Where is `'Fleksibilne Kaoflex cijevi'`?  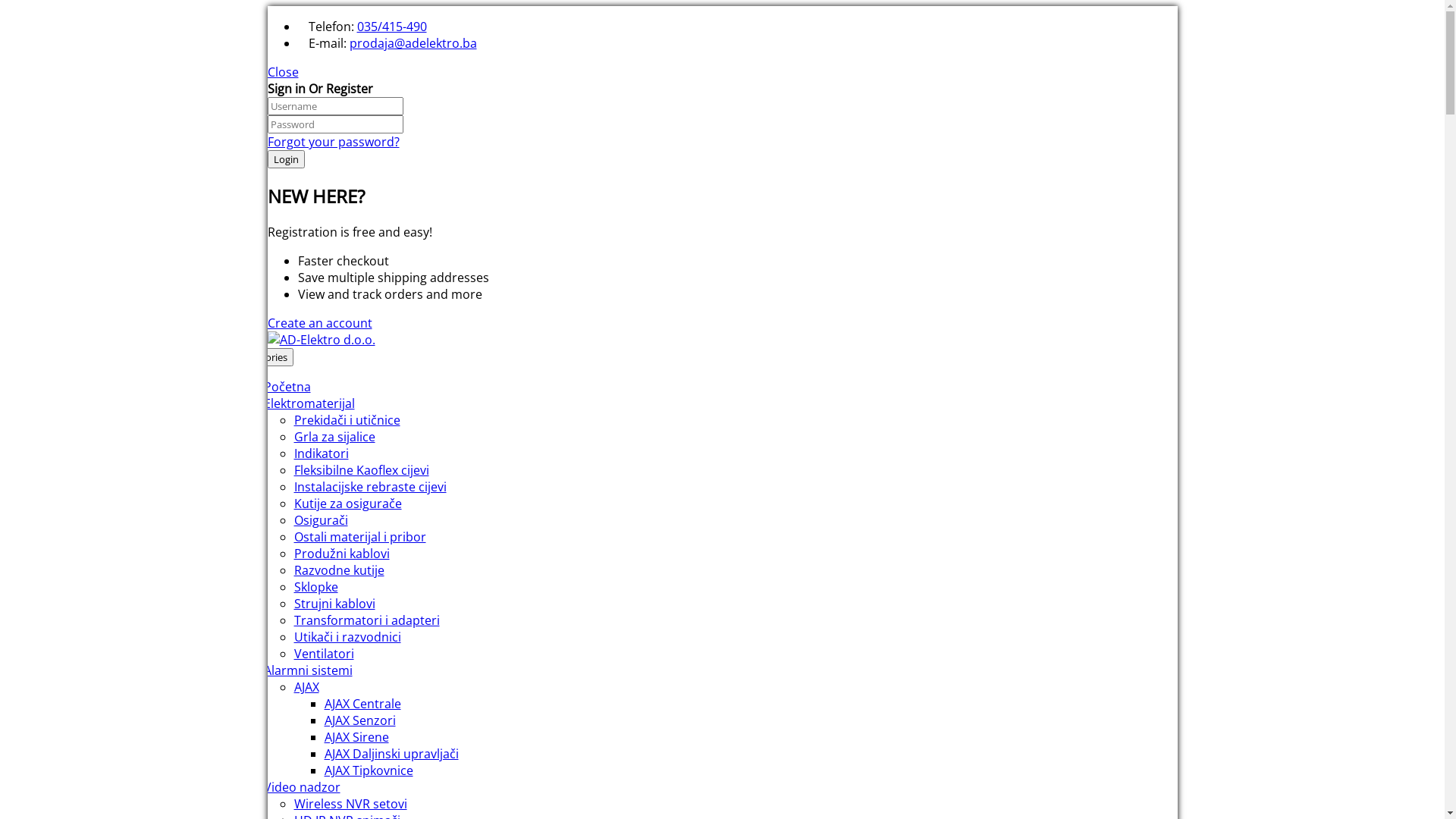
'Fleksibilne Kaoflex cijevi' is located at coordinates (360, 469).